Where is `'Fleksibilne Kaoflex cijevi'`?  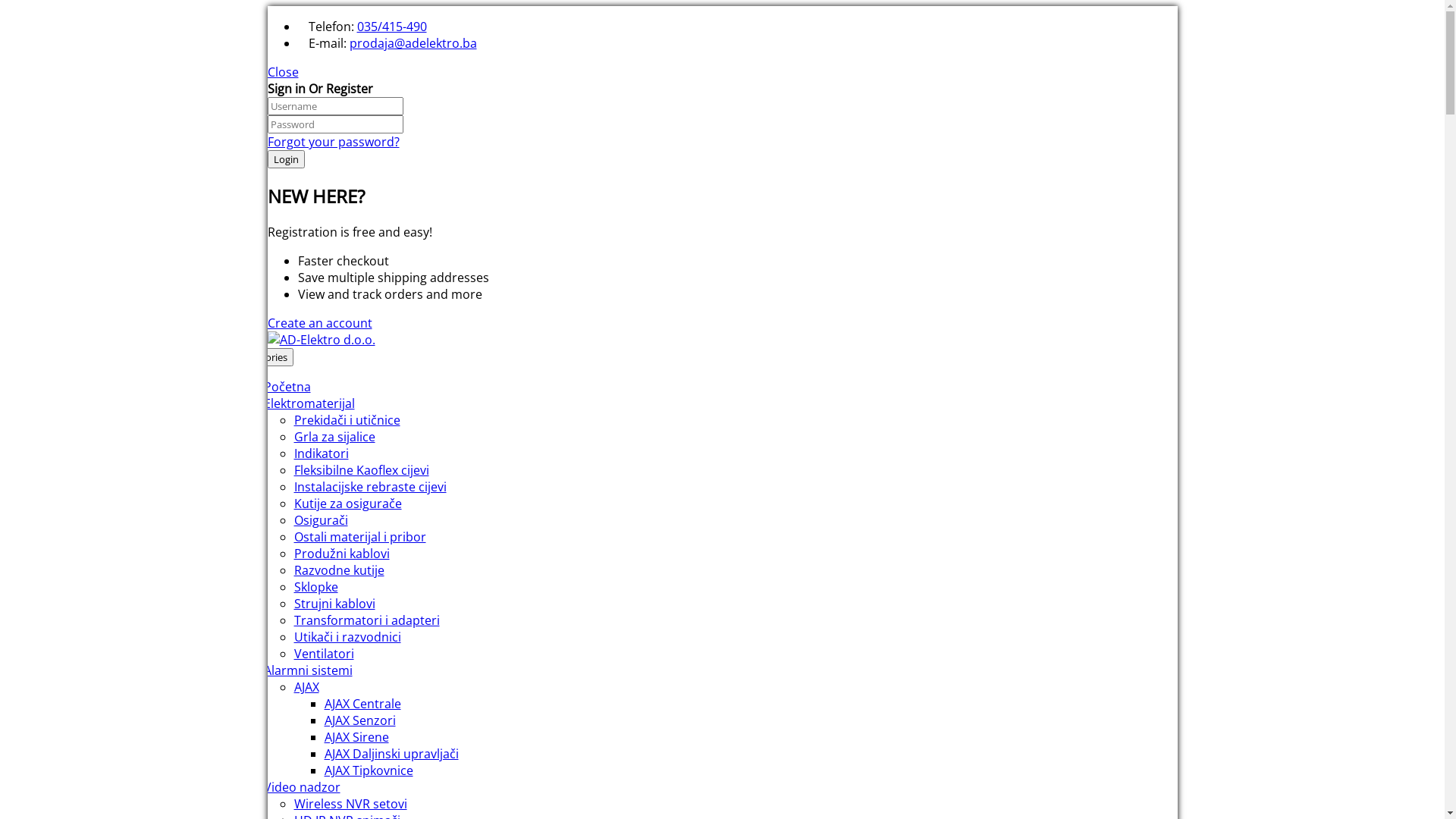
'Fleksibilne Kaoflex cijevi' is located at coordinates (360, 469).